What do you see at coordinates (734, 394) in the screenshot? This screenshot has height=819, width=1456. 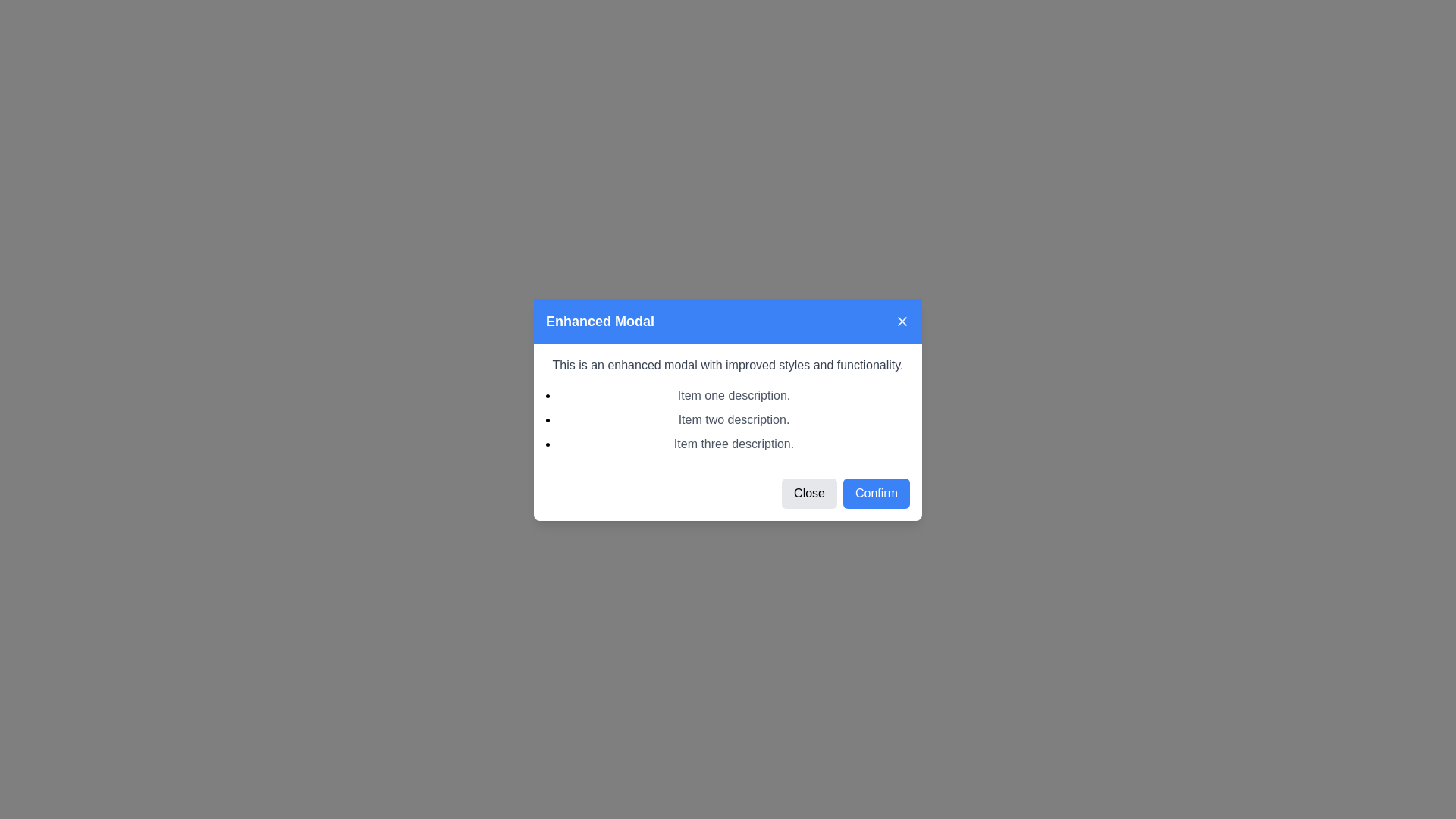 I see `the first item in the bulleted list displaying 'Item one description.' in gray font color within the modal dialog box` at bounding box center [734, 394].